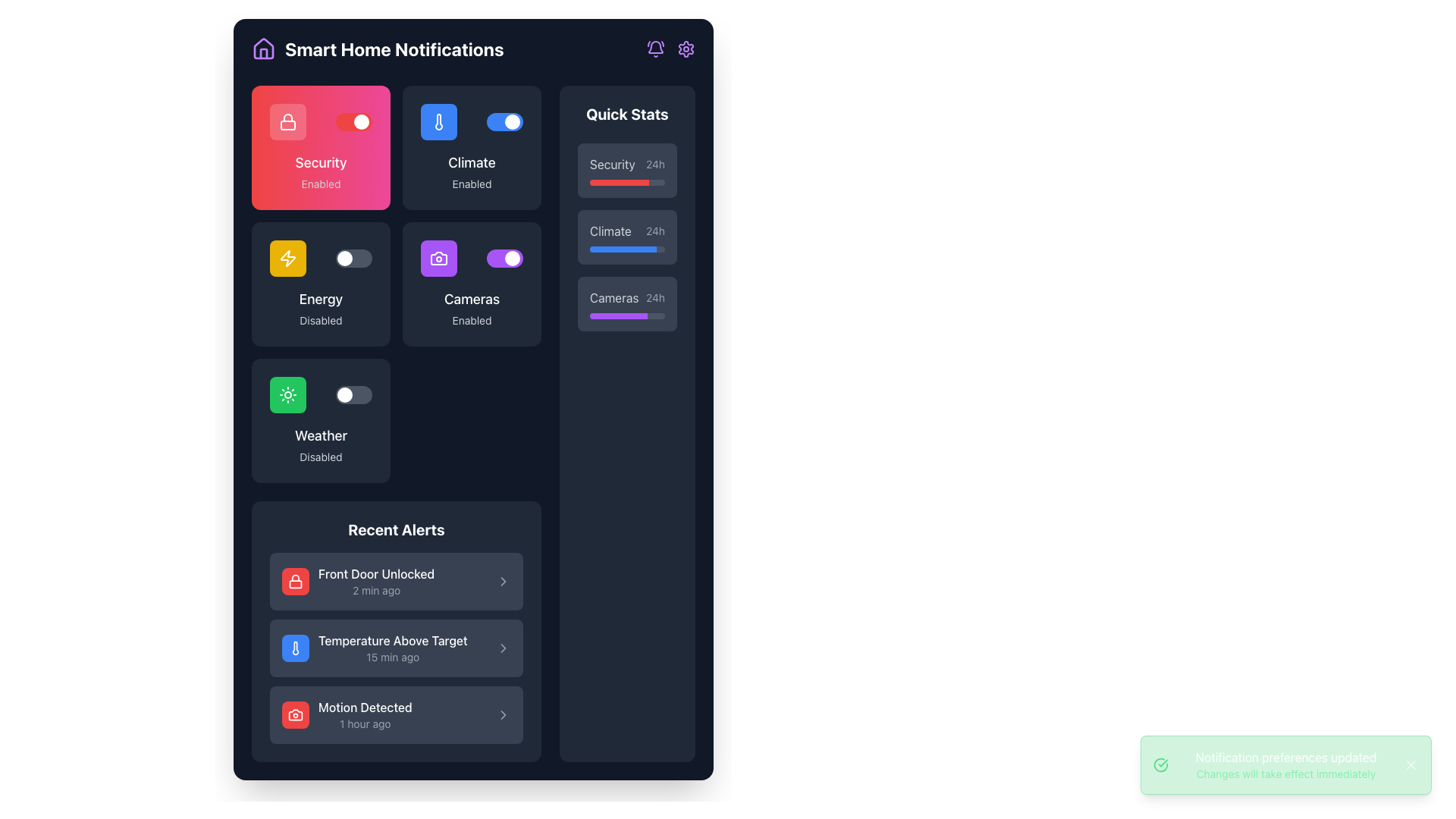  Describe the element at coordinates (471, 320) in the screenshot. I see `the text label indicating the status of the 'Cameras' functionality, located within the 'Smart Home Notifications' panel, below the larger 'Cameras' label` at that location.